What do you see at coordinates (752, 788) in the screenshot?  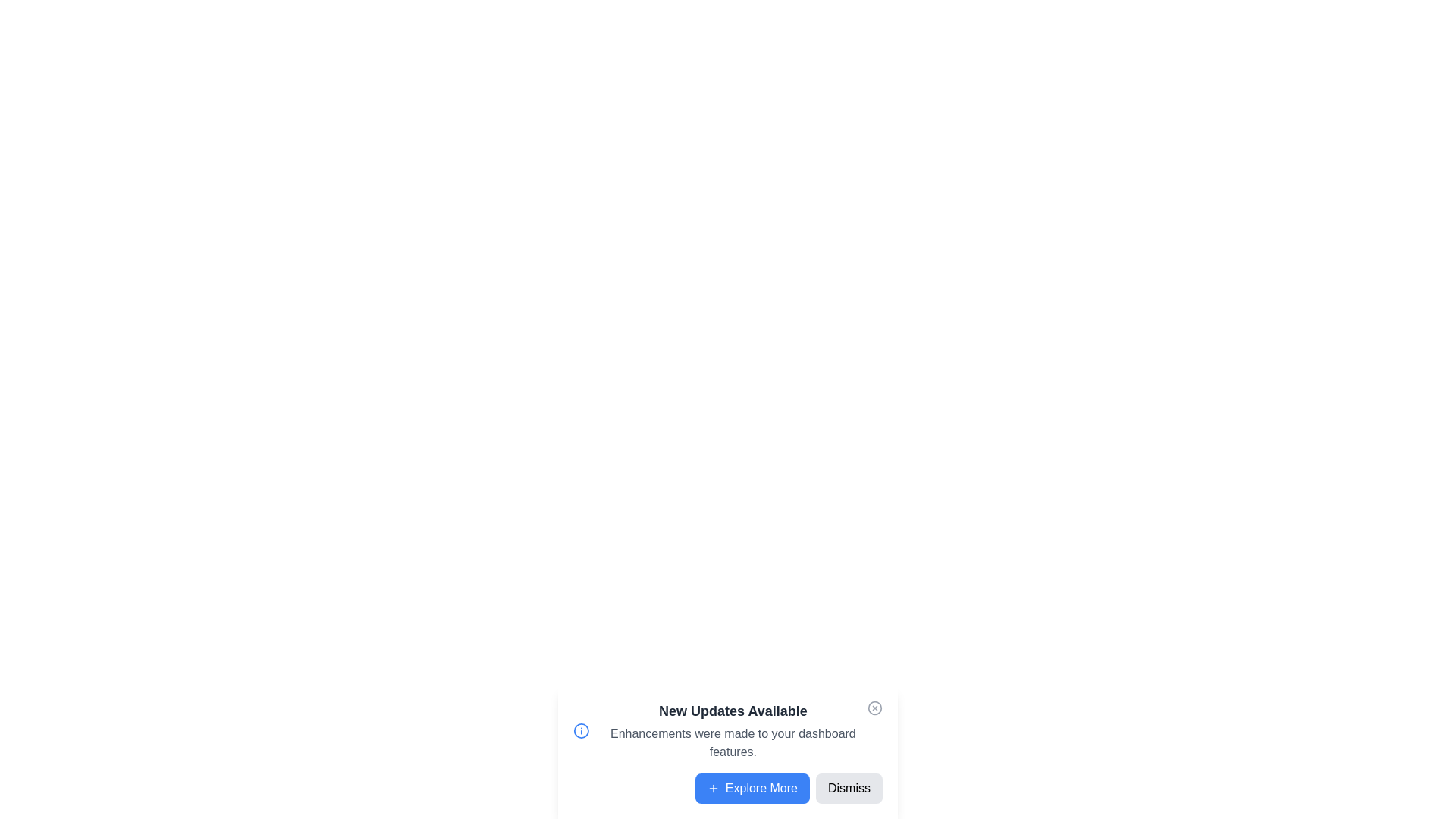 I see `the 'Explore More' button to explore additional features` at bounding box center [752, 788].